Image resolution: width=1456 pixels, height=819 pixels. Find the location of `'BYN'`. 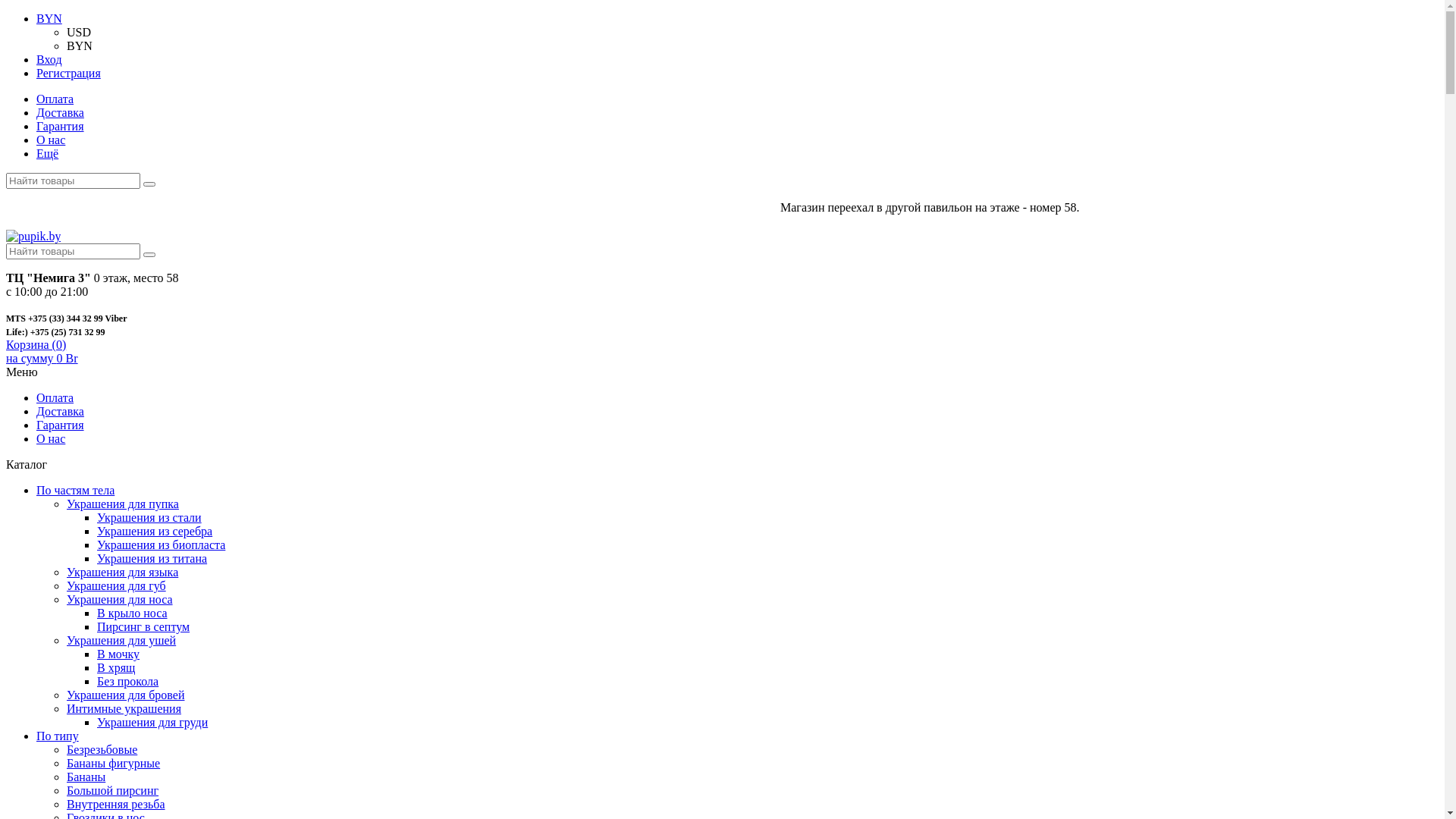

'BYN' is located at coordinates (49, 18).